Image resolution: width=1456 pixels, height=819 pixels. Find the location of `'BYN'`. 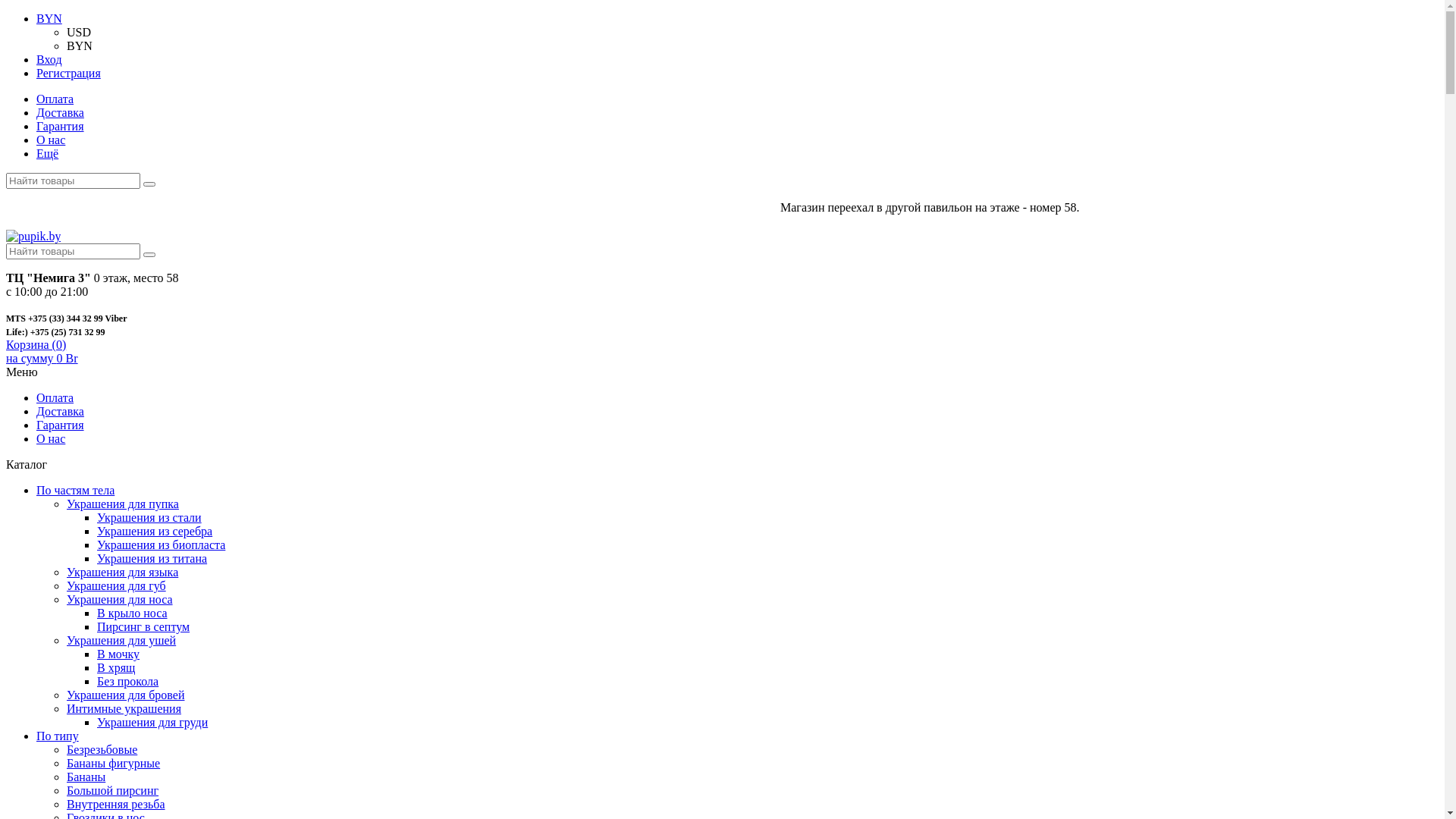

'BYN' is located at coordinates (49, 18).